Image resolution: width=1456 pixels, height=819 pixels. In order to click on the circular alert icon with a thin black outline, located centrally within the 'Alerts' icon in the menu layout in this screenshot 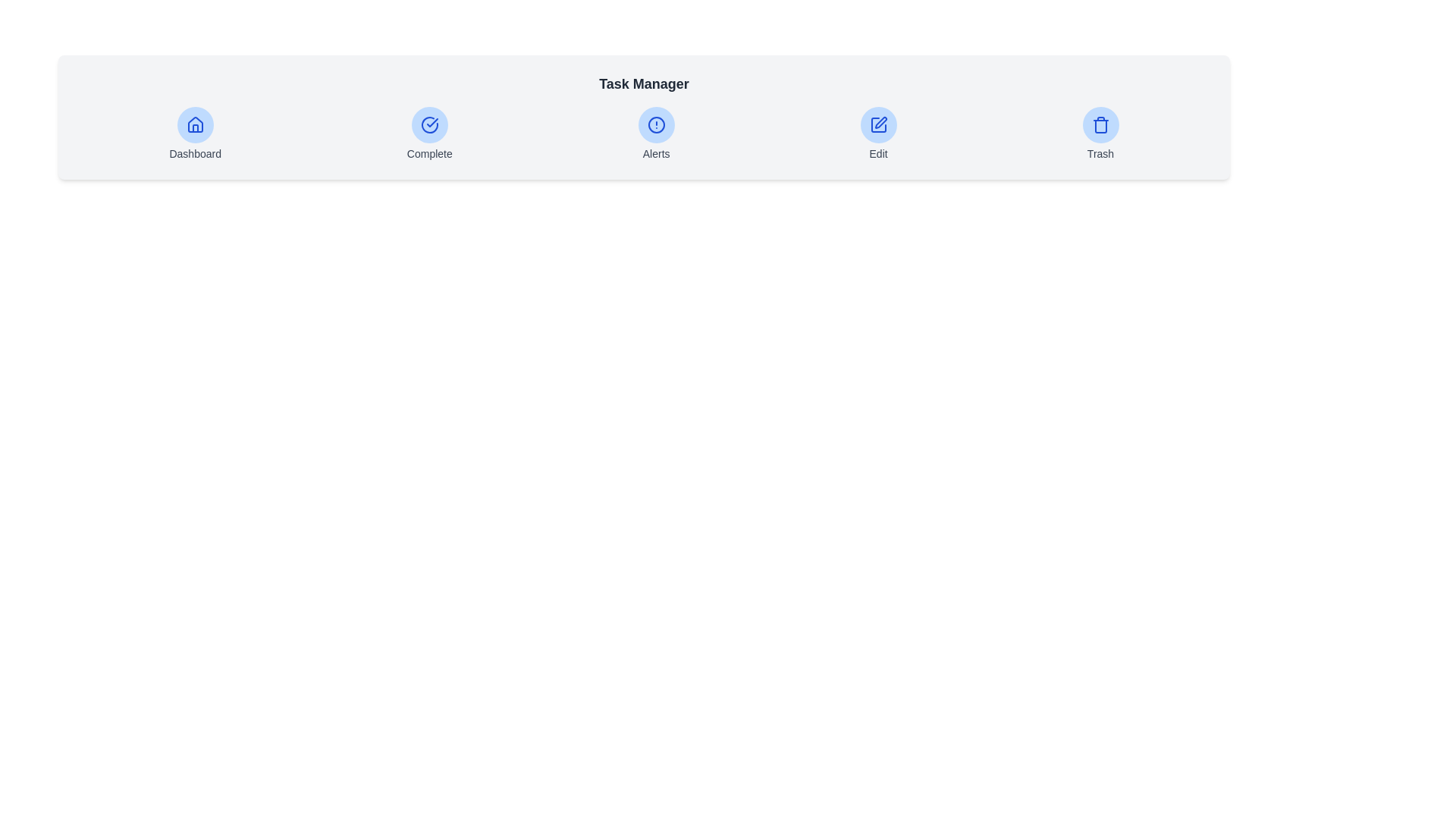, I will do `click(656, 124)`.